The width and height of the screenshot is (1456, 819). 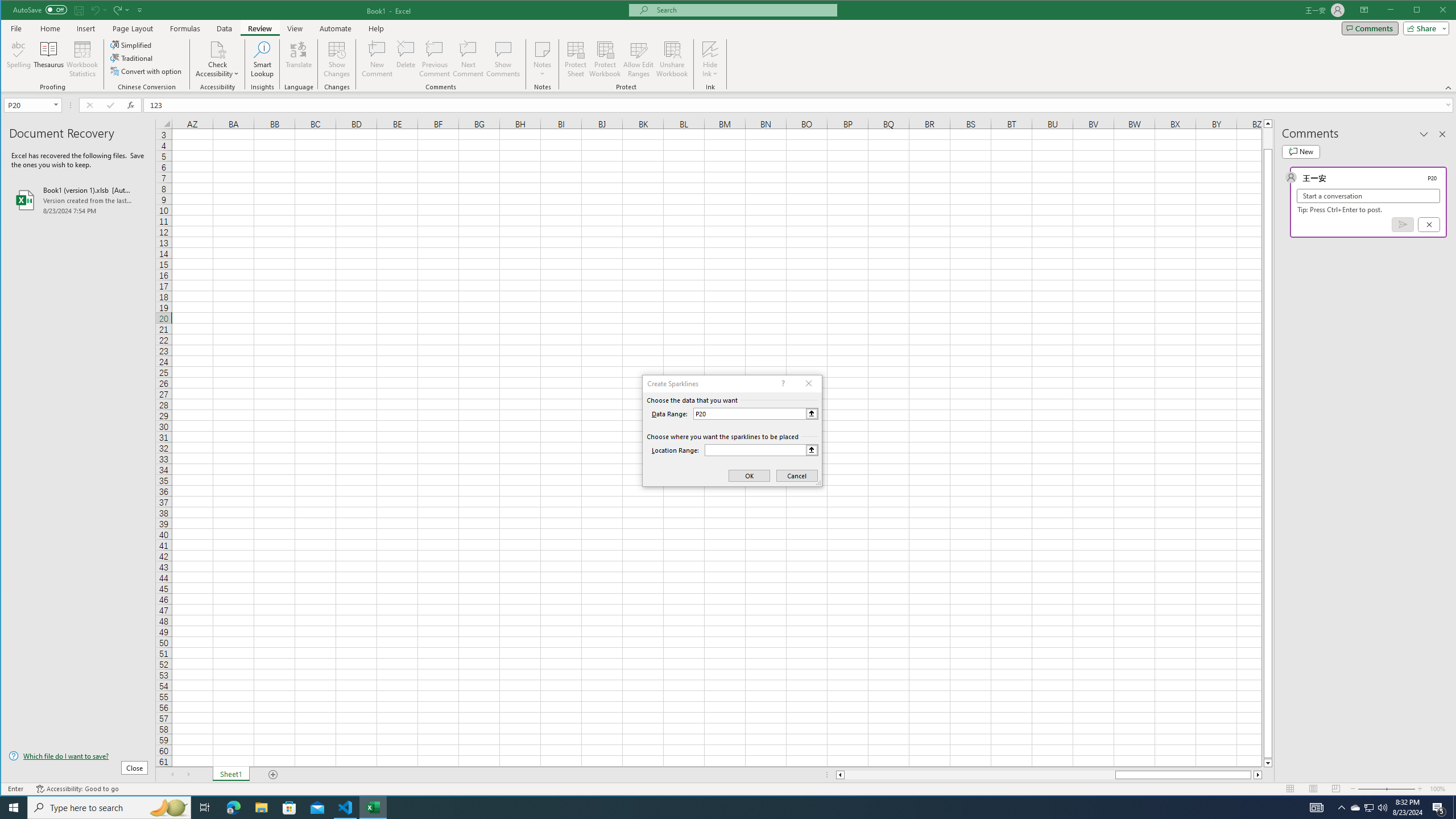 I want to click on 'File Tab', so click(x=16, y=28).